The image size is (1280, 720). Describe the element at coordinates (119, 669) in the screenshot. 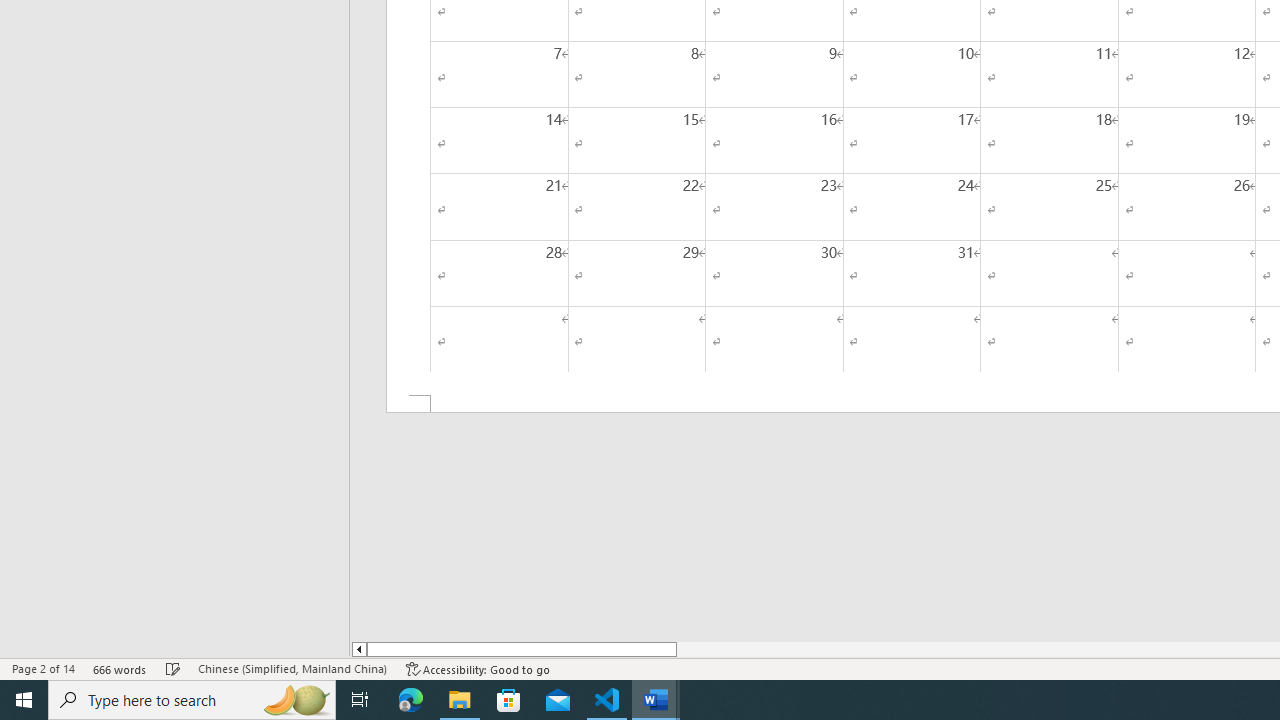

I see `'Word Count 666 words'` at that location.